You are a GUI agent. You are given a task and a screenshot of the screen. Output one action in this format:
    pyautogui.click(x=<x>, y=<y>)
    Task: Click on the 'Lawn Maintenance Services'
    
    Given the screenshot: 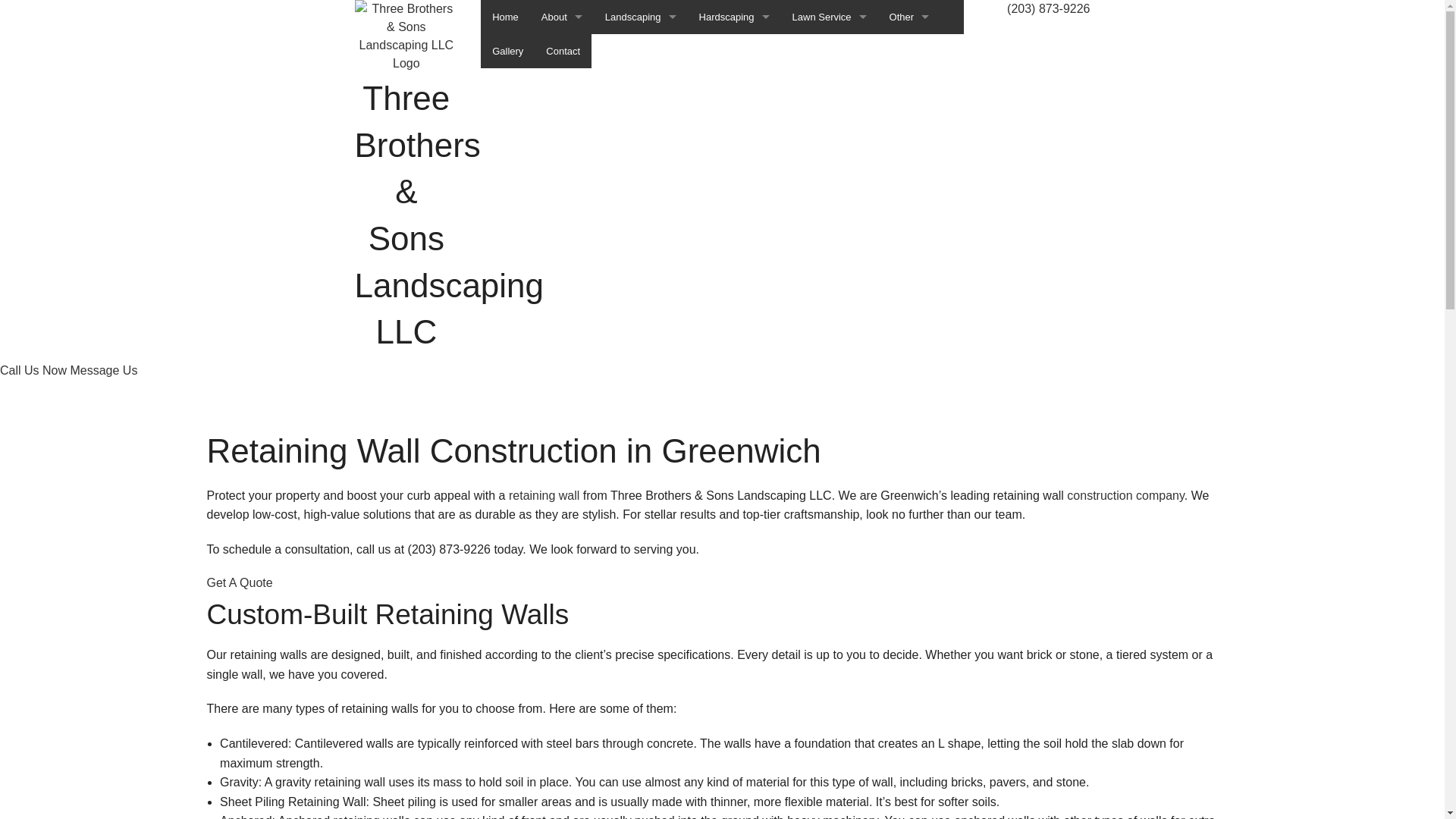 What is the action you would take?
    pyautogui.click(x=829, y=118)
    